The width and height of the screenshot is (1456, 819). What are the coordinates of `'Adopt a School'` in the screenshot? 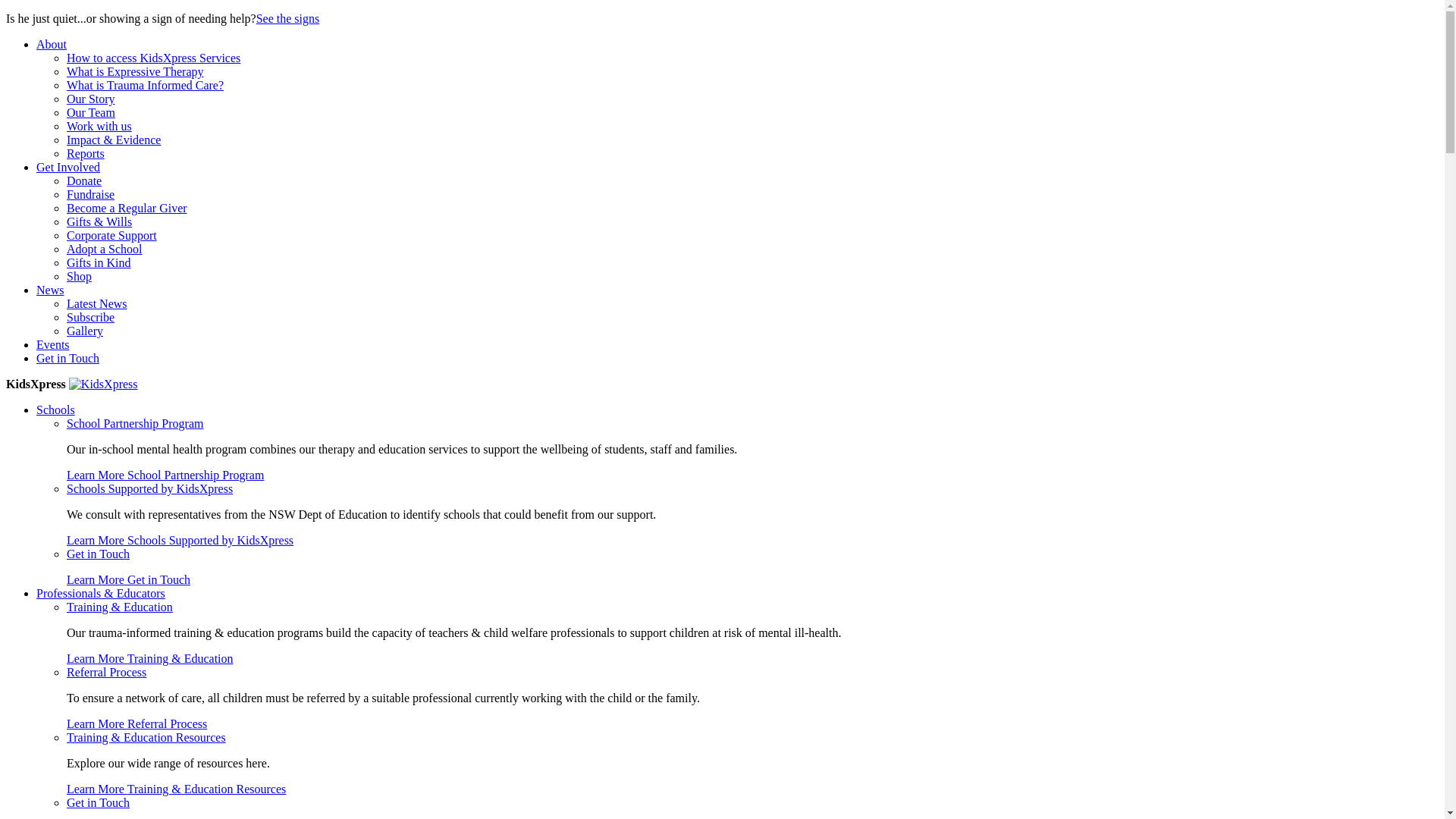 It's located at (104, 248).